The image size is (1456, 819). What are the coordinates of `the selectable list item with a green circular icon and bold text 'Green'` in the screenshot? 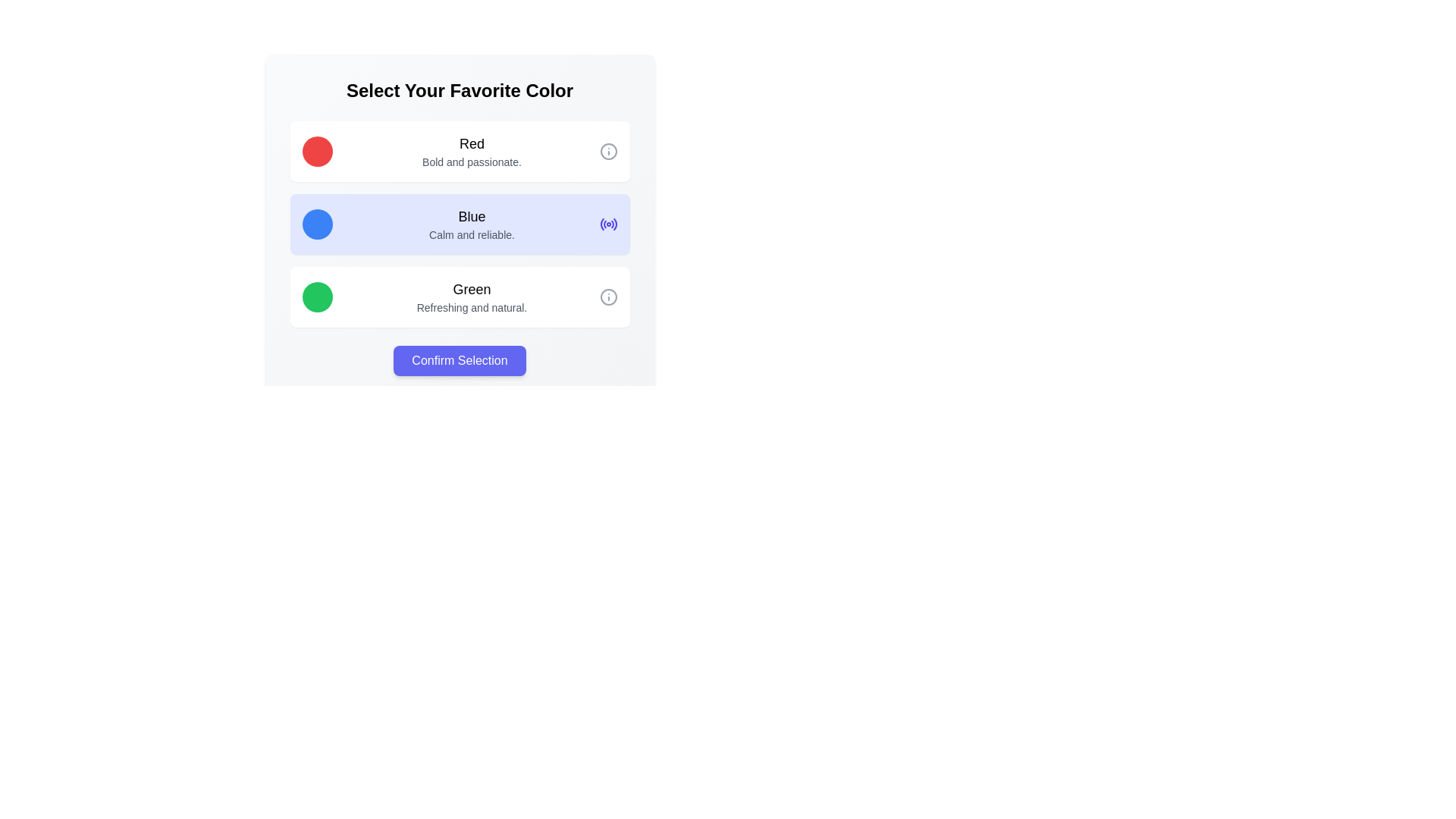 It's located at (459, 297).